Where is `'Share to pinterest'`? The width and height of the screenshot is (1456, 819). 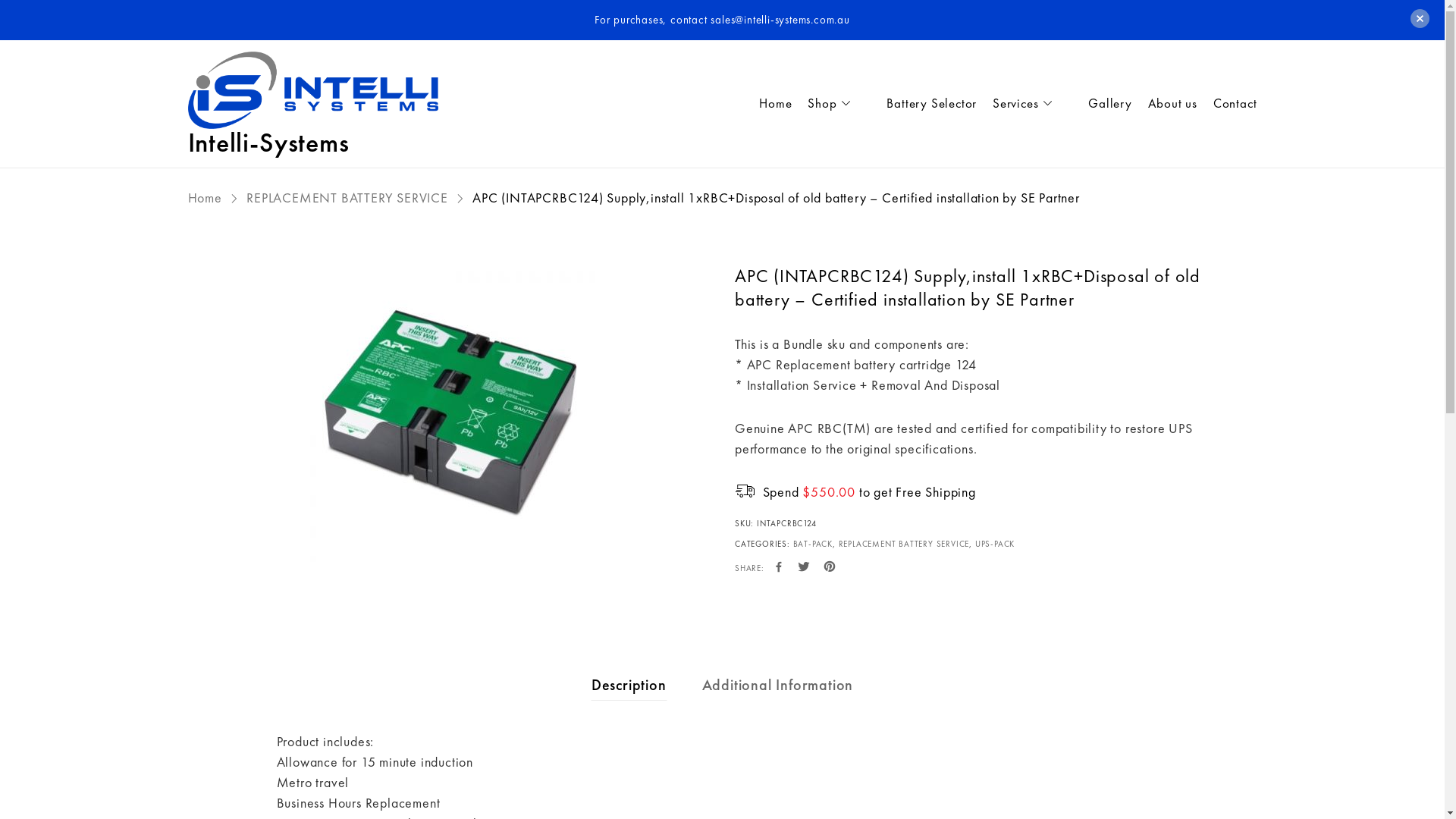 'Share to pinterest' is located at coordinates (821, 567).